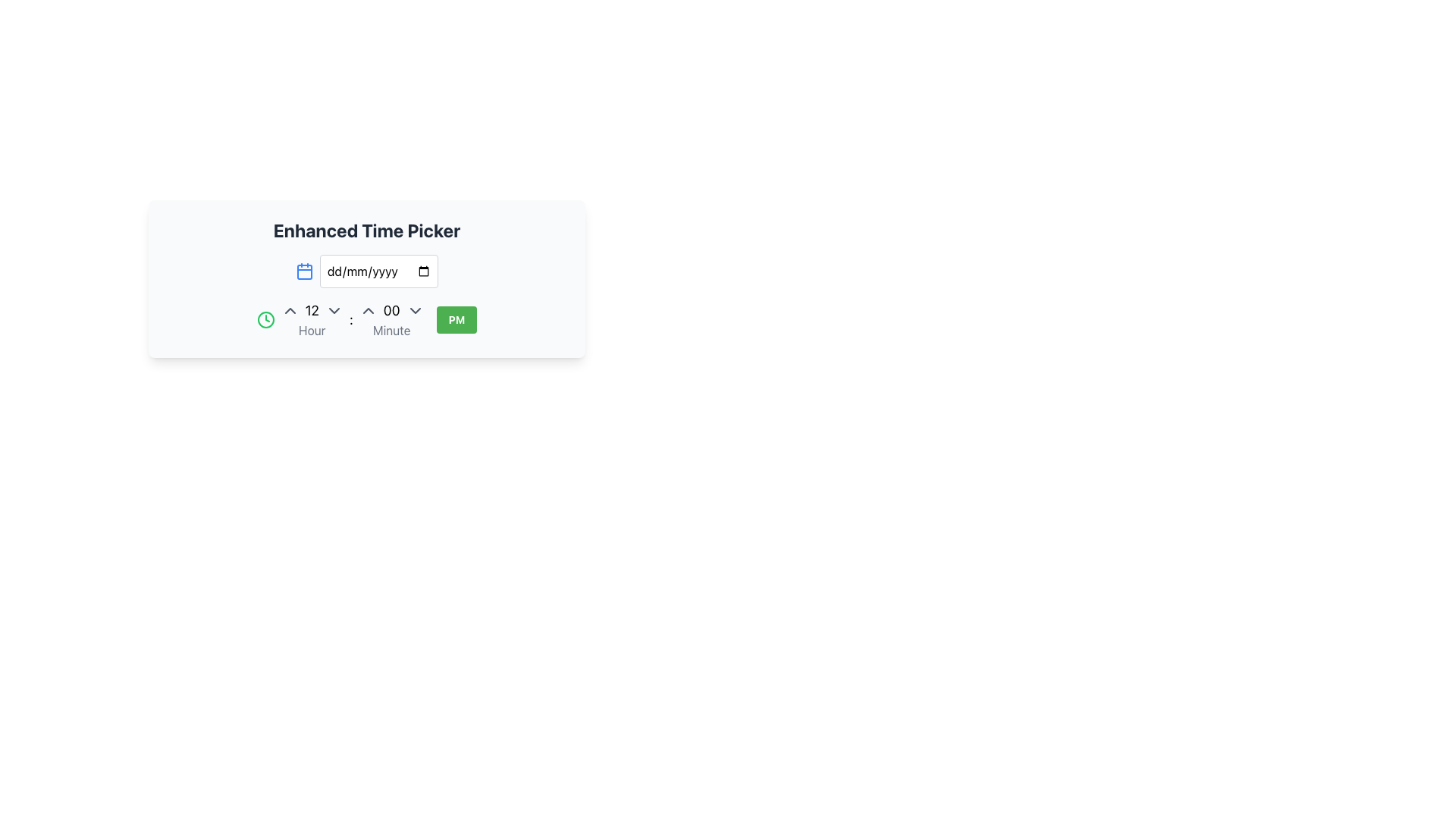 This screenshot has height=819, width=1456. What do you see at coordinates (456, 318) in the screenshot?
I see `the AM/PM toggle button located at the extreme right of the Time Picker section` at bounding box center [456, 318].